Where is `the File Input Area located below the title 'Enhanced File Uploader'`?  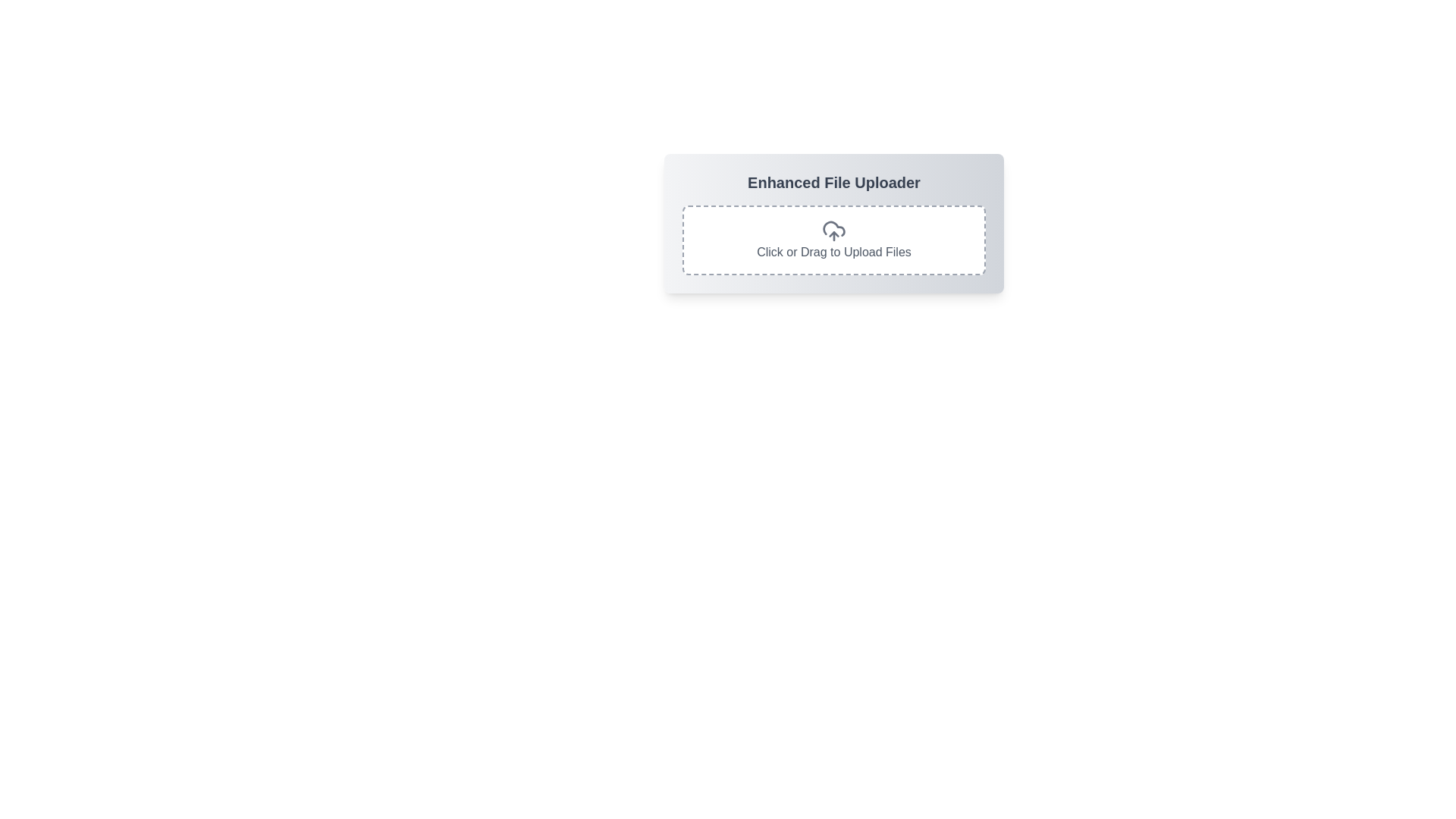
the File Input Area located below the title 'Enhanced File Uploader' is located at coordinates (833, 239).